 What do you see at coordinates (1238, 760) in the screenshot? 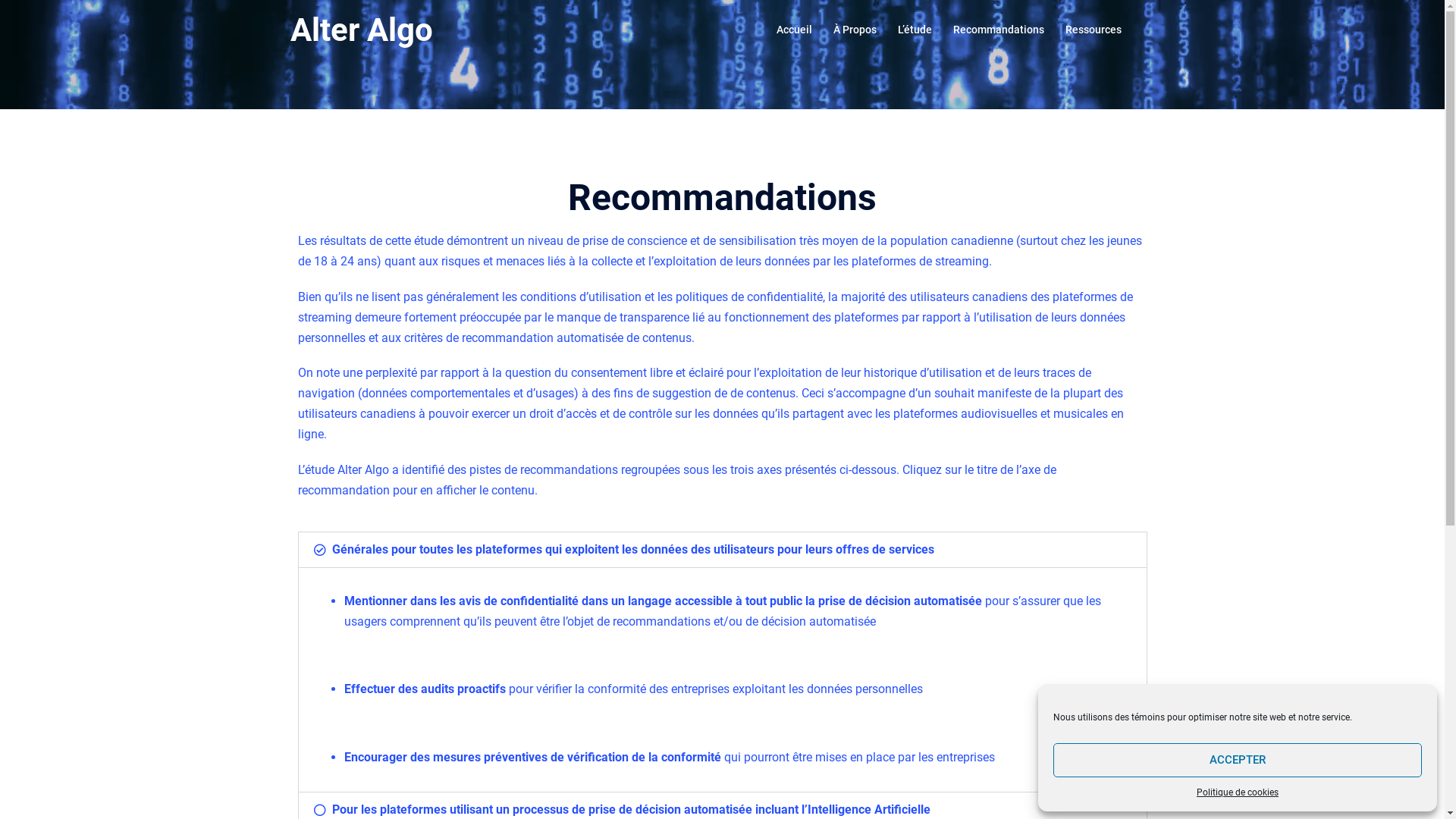
I see `'ACCEPTER'` at bounding box center [1238, 760].